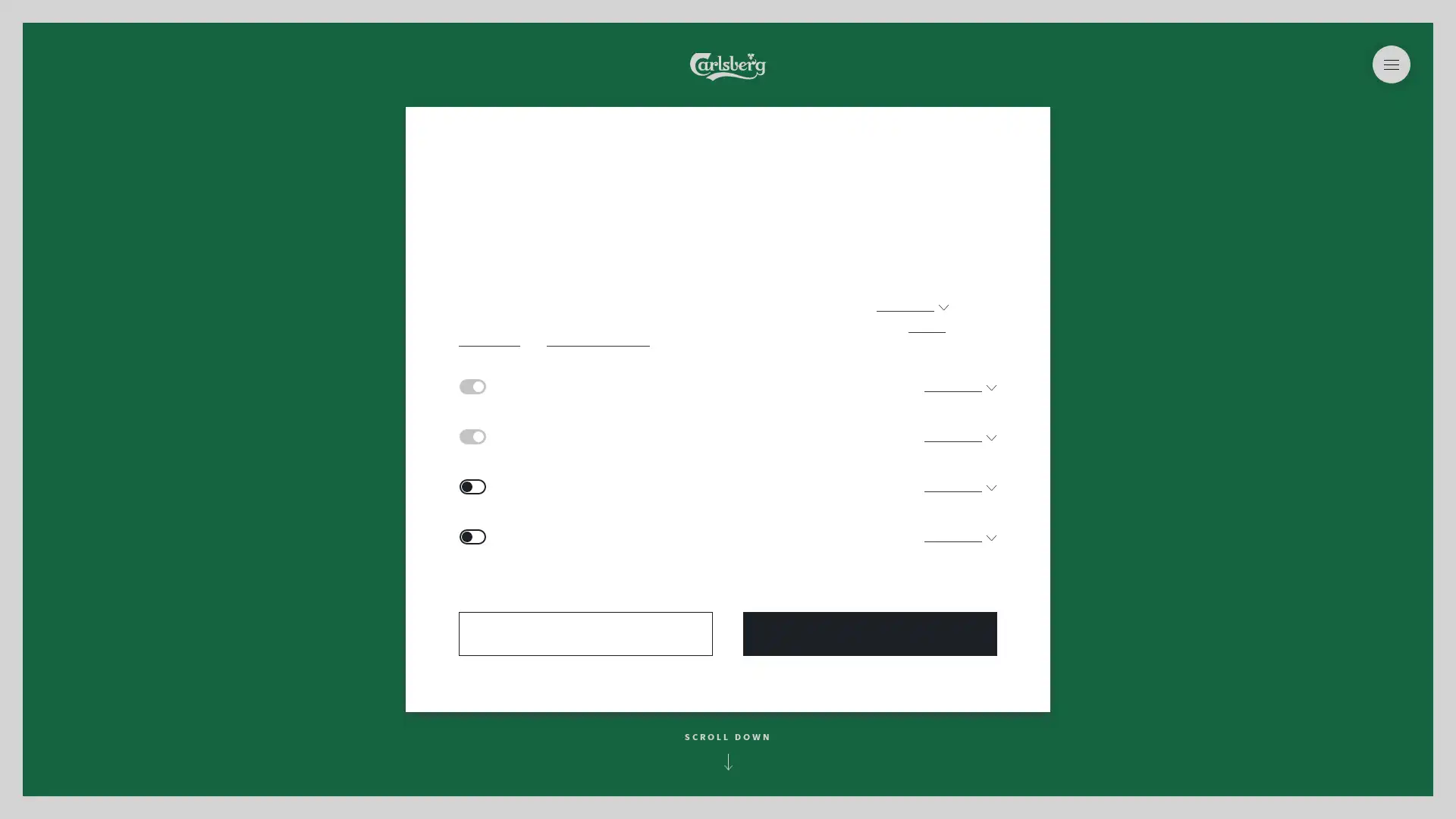 The height and width of the screenshot is (819, 1456). Describe the element at coordinates (585, 634) in the screenshot. I see `Refuse optional` at that location.